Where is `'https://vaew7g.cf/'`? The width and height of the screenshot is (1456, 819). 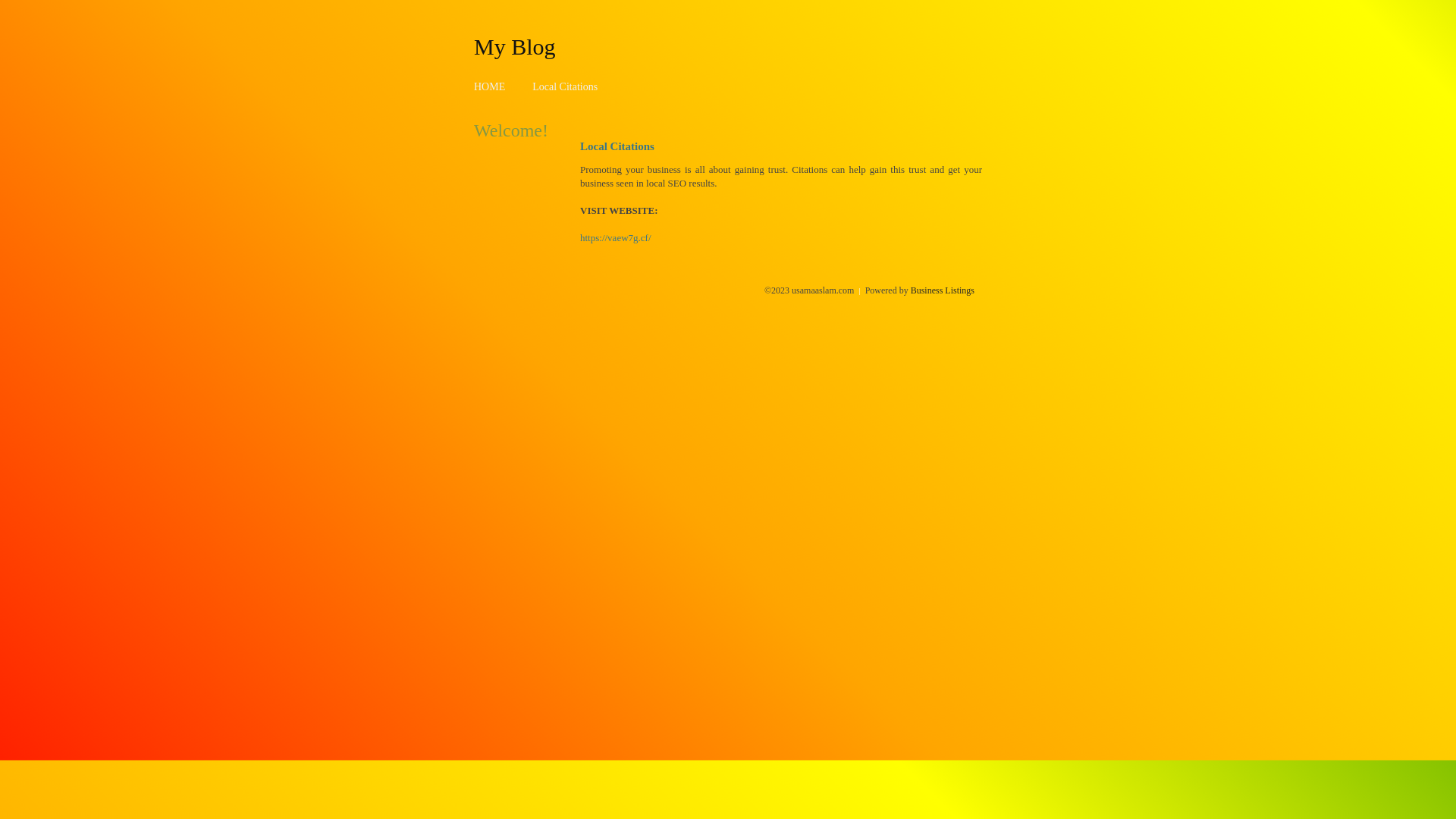 'https://vaew7g.cf/' is located at coordinates (615, 237).